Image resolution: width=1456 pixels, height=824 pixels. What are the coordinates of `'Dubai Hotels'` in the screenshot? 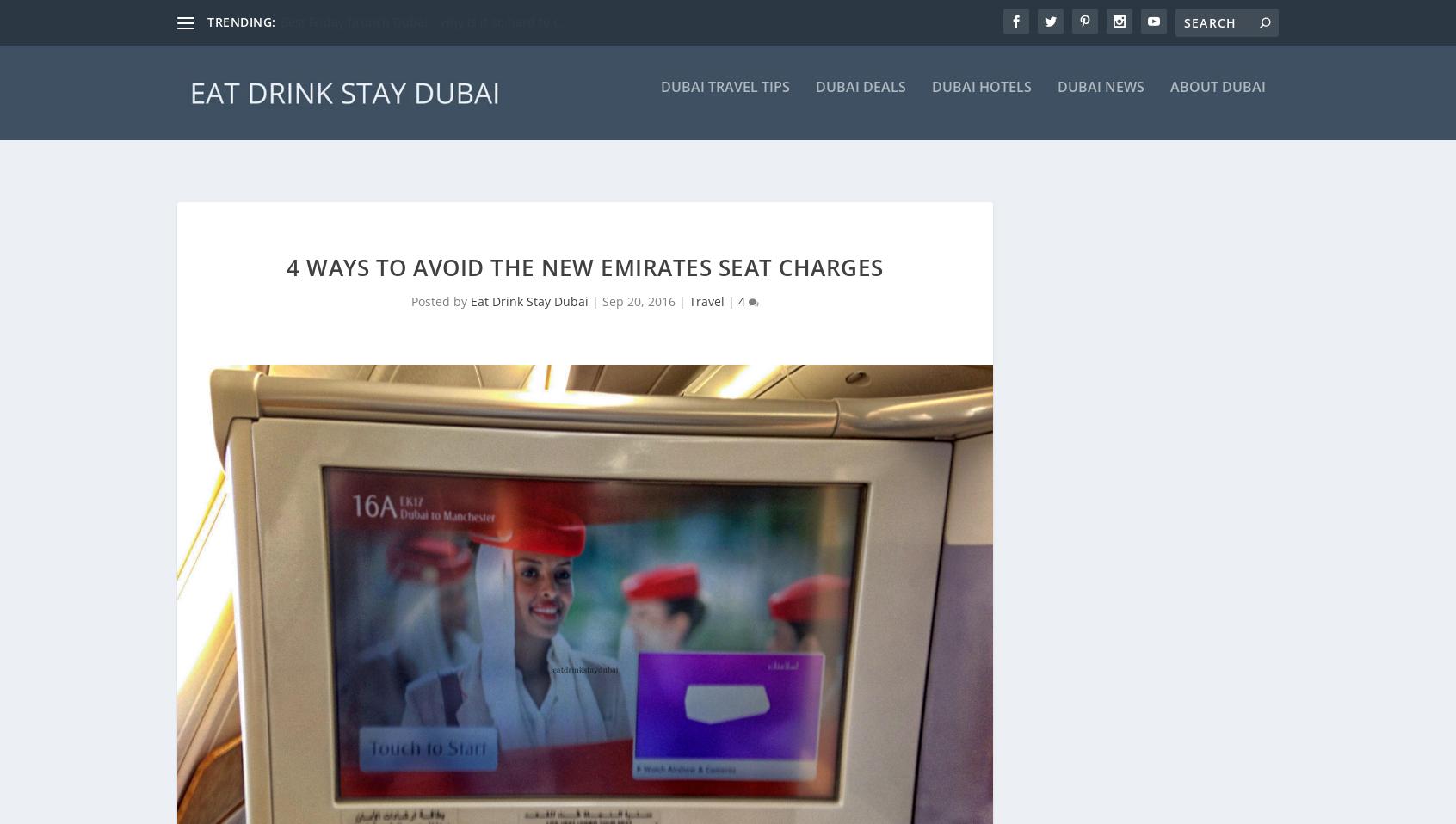 It's located at (980, 98).